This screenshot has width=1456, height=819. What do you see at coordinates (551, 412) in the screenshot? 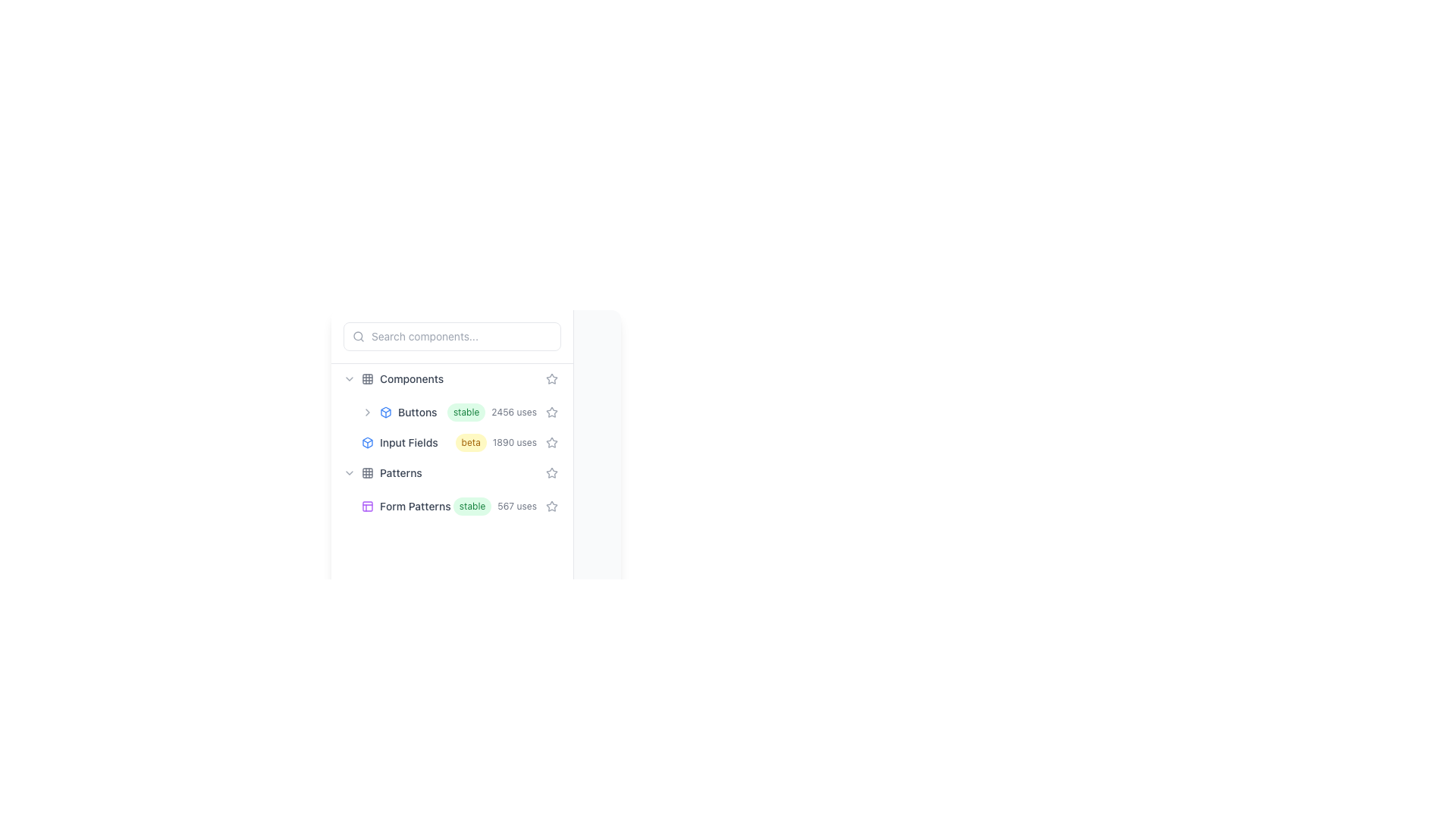
I see `the star icon button at the far right of the 'Buttons' section` at bounding box center [551, 412].